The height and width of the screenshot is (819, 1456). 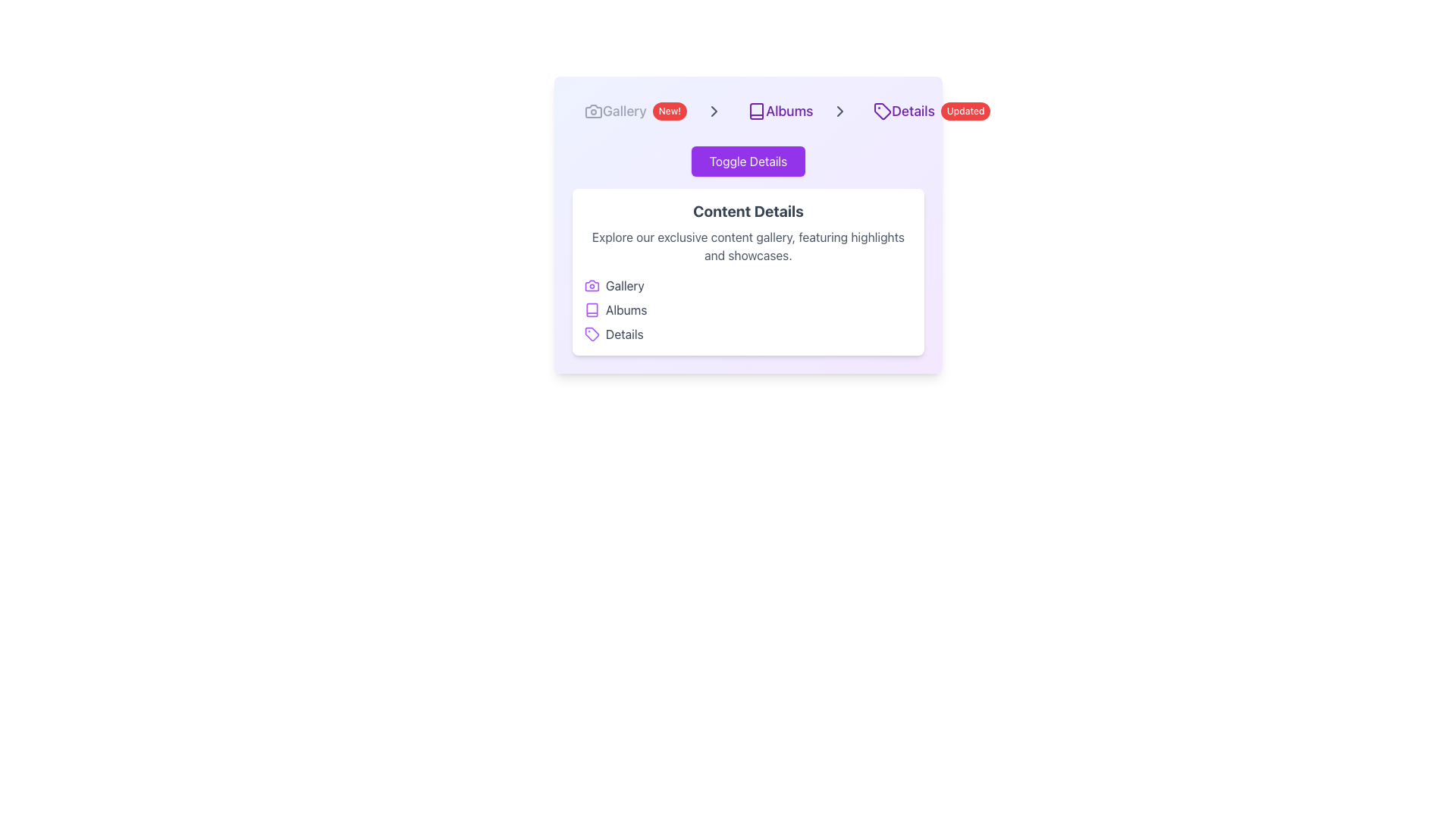 I want to click on the Gallery icon, which visually represents the Gallery item and is located at the top-left corner of the item entry before the text 'Gallery', so click(x=591, y=286).